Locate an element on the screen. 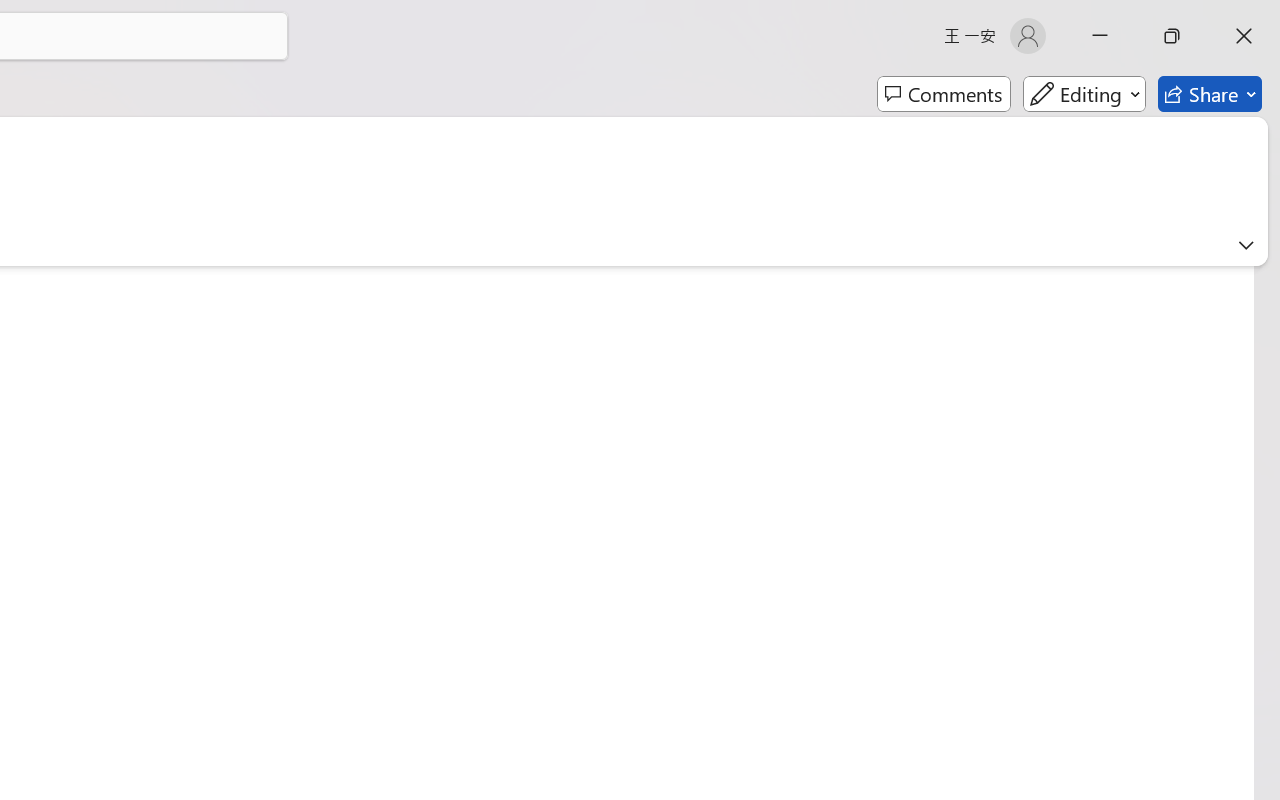 Image resolution: width=1280 pixels, height=800 pixels. 'Share' is located at coordinates (1209, 94).